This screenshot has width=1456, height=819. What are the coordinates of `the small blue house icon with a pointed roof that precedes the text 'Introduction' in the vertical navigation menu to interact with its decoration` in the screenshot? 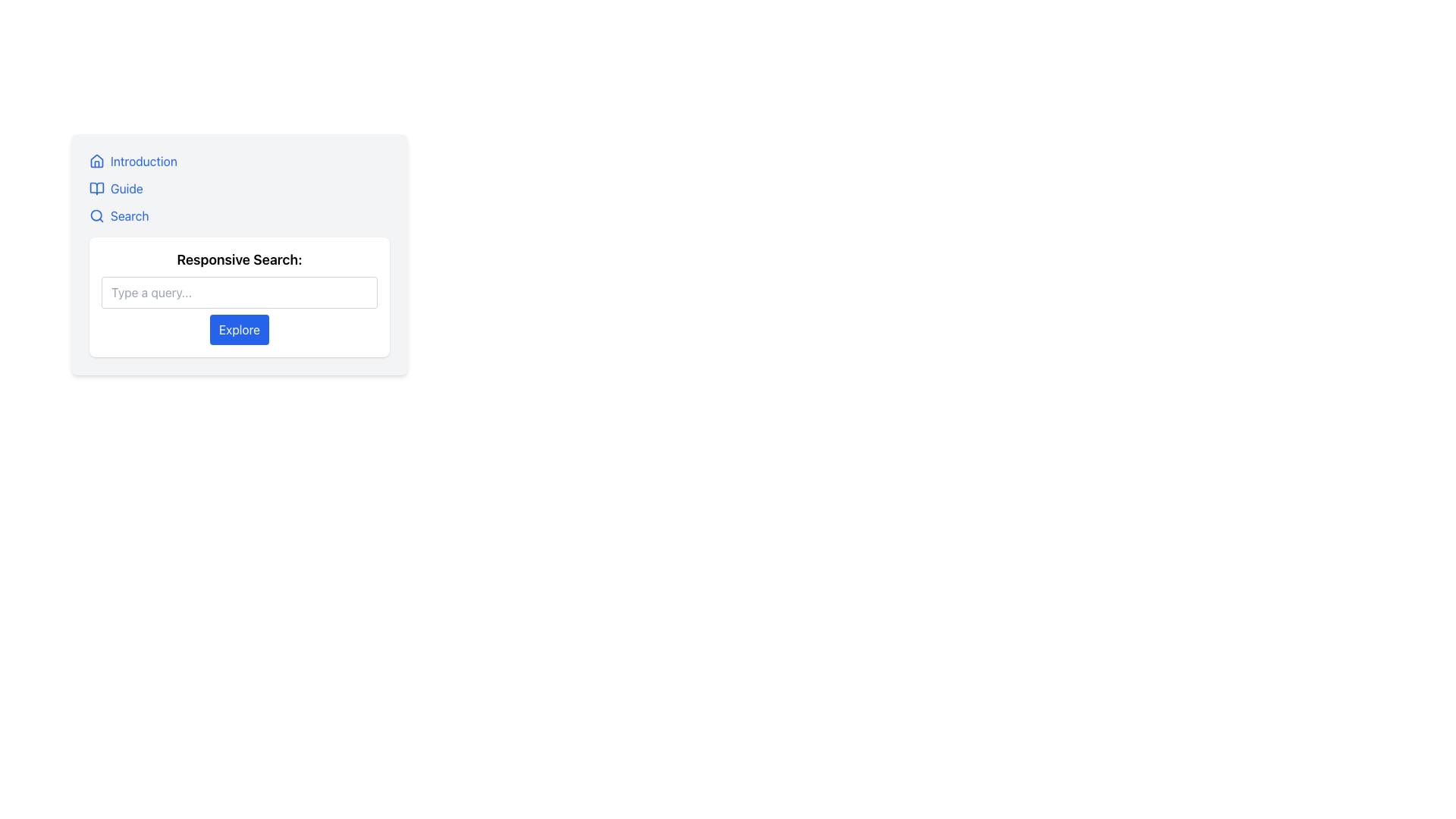 It's located at (96, 161).